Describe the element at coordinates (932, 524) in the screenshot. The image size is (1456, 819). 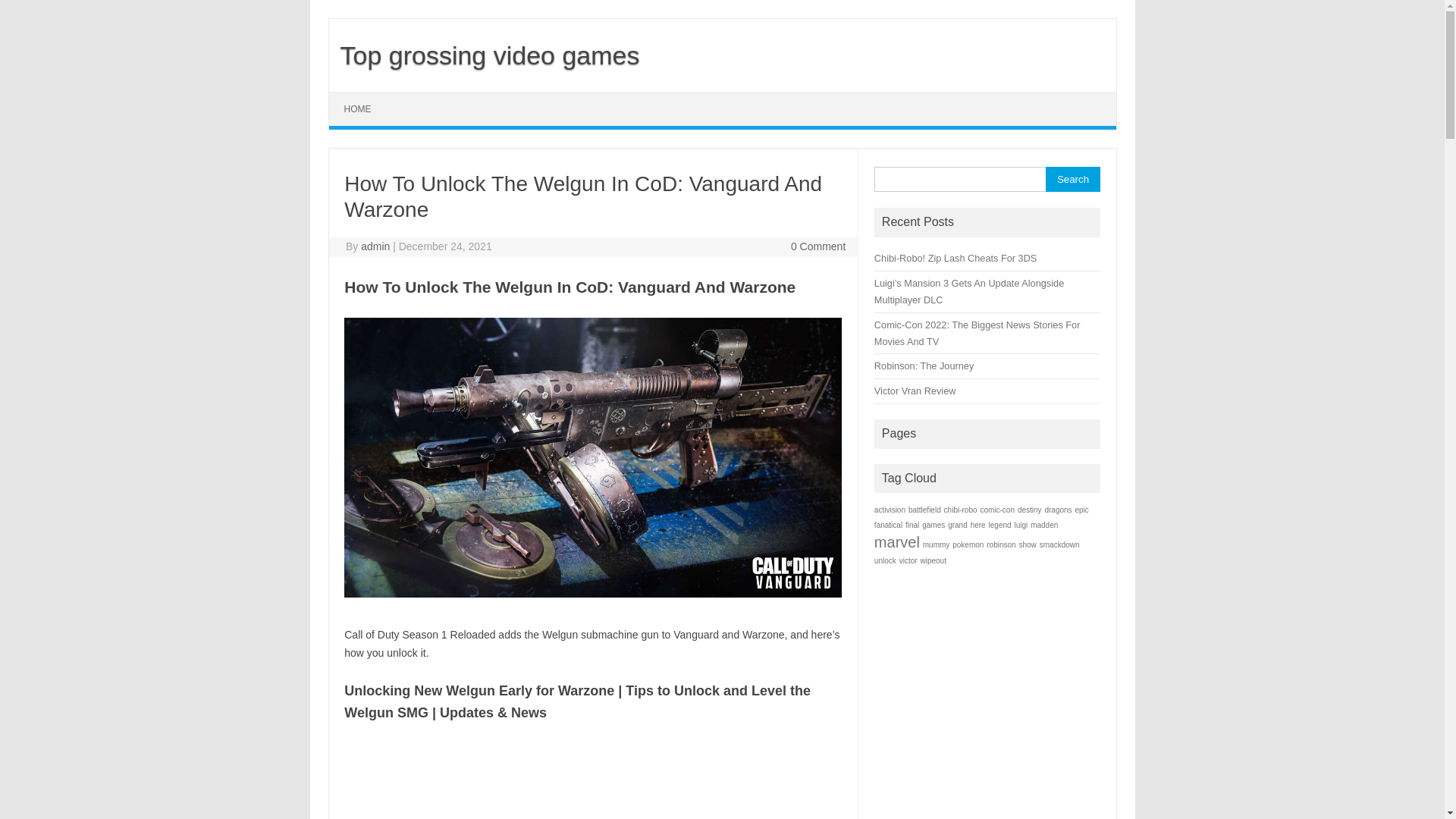
I see `'games'` at that location.